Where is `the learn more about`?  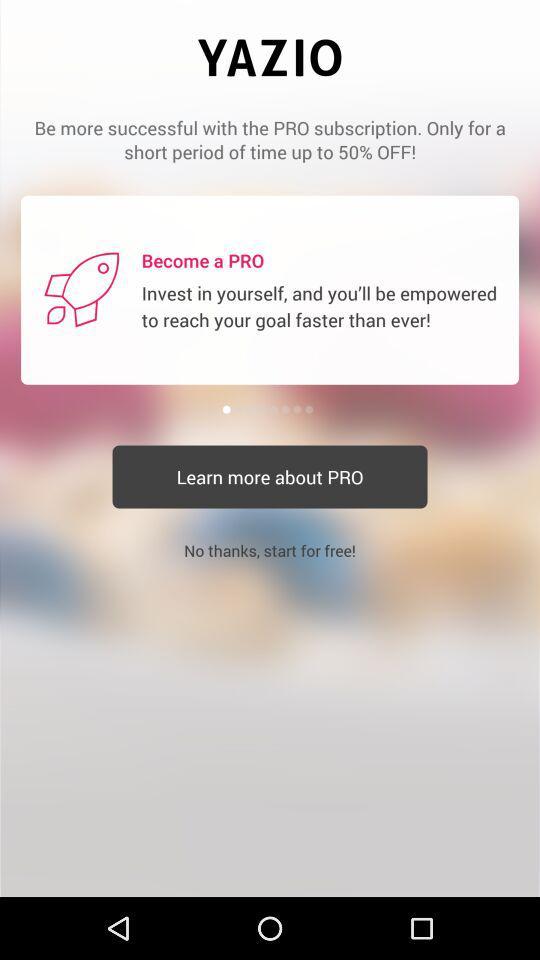
the learn more about is located at coordinates (270, 477).